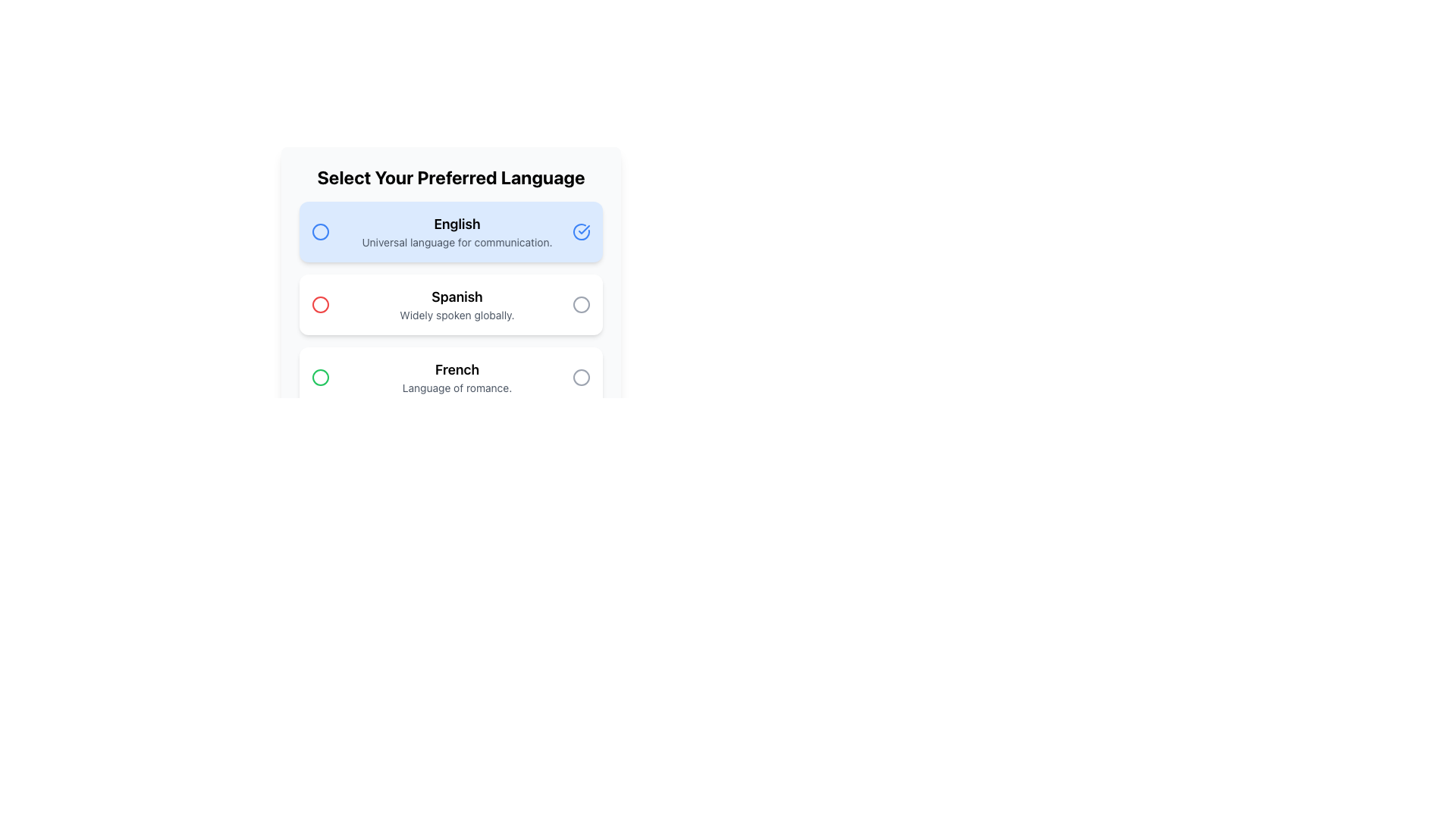  Describe the element at coordinates (457, 376) in the screenshot. I see `the text block that labels the language option 'French', which is located in the third position of the vertical list of language preferences, situated below 'Spanish'` at that location.